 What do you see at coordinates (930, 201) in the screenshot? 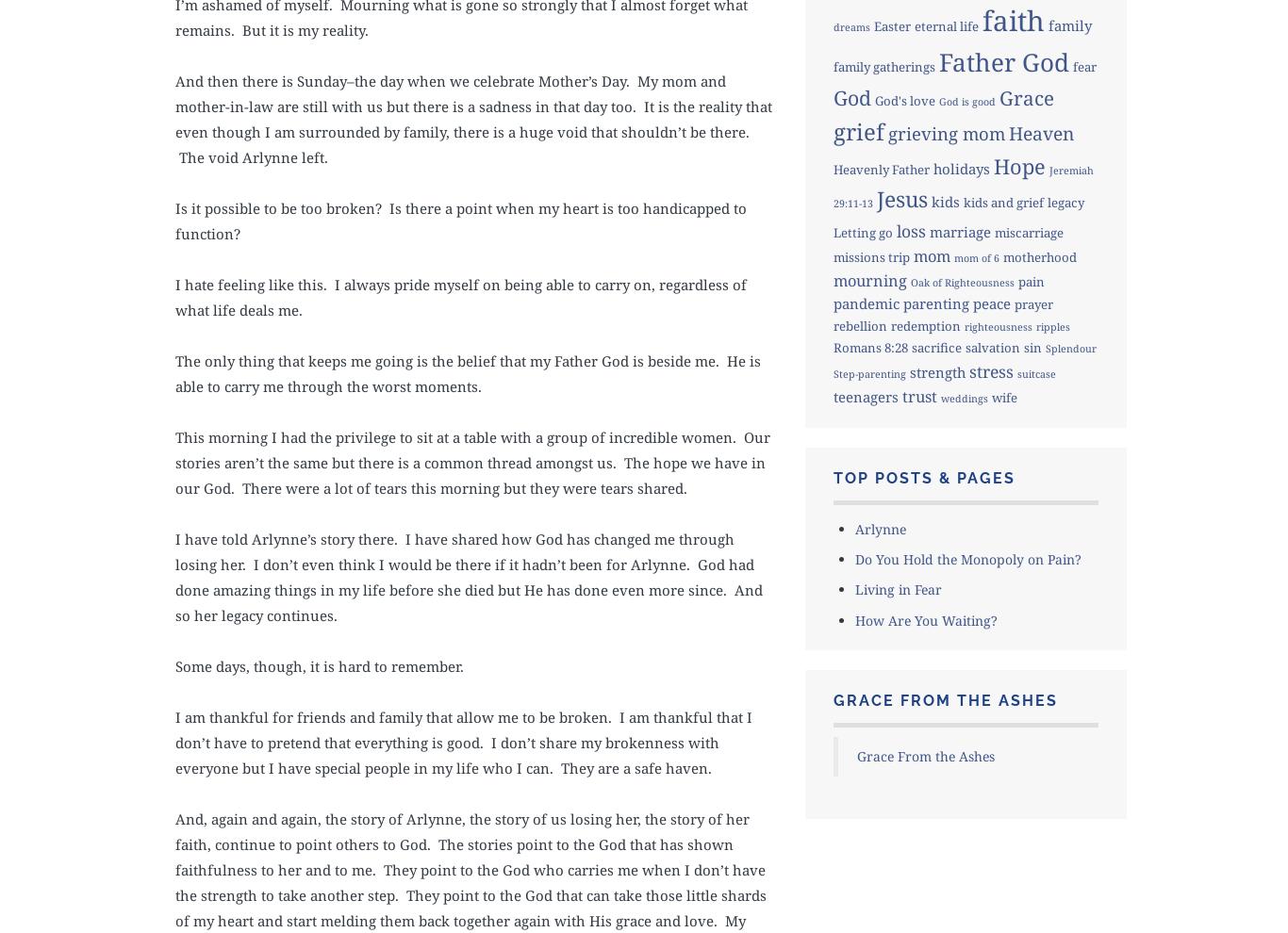
I see `'kids'` at bounding box center [930, 201].